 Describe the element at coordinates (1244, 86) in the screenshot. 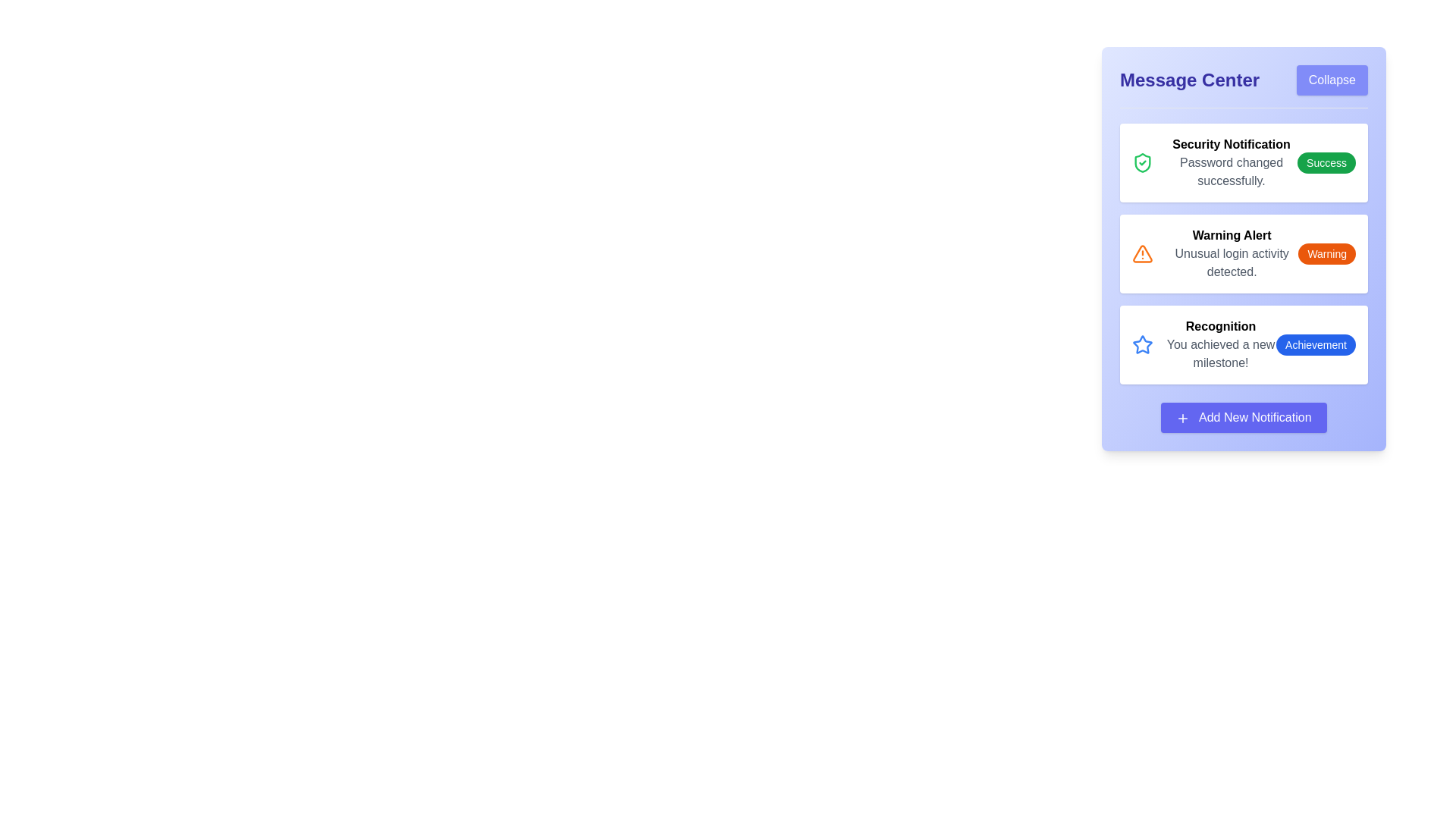

I see `the 'Message Center' text header in the card's top section to focus on it` at that location.